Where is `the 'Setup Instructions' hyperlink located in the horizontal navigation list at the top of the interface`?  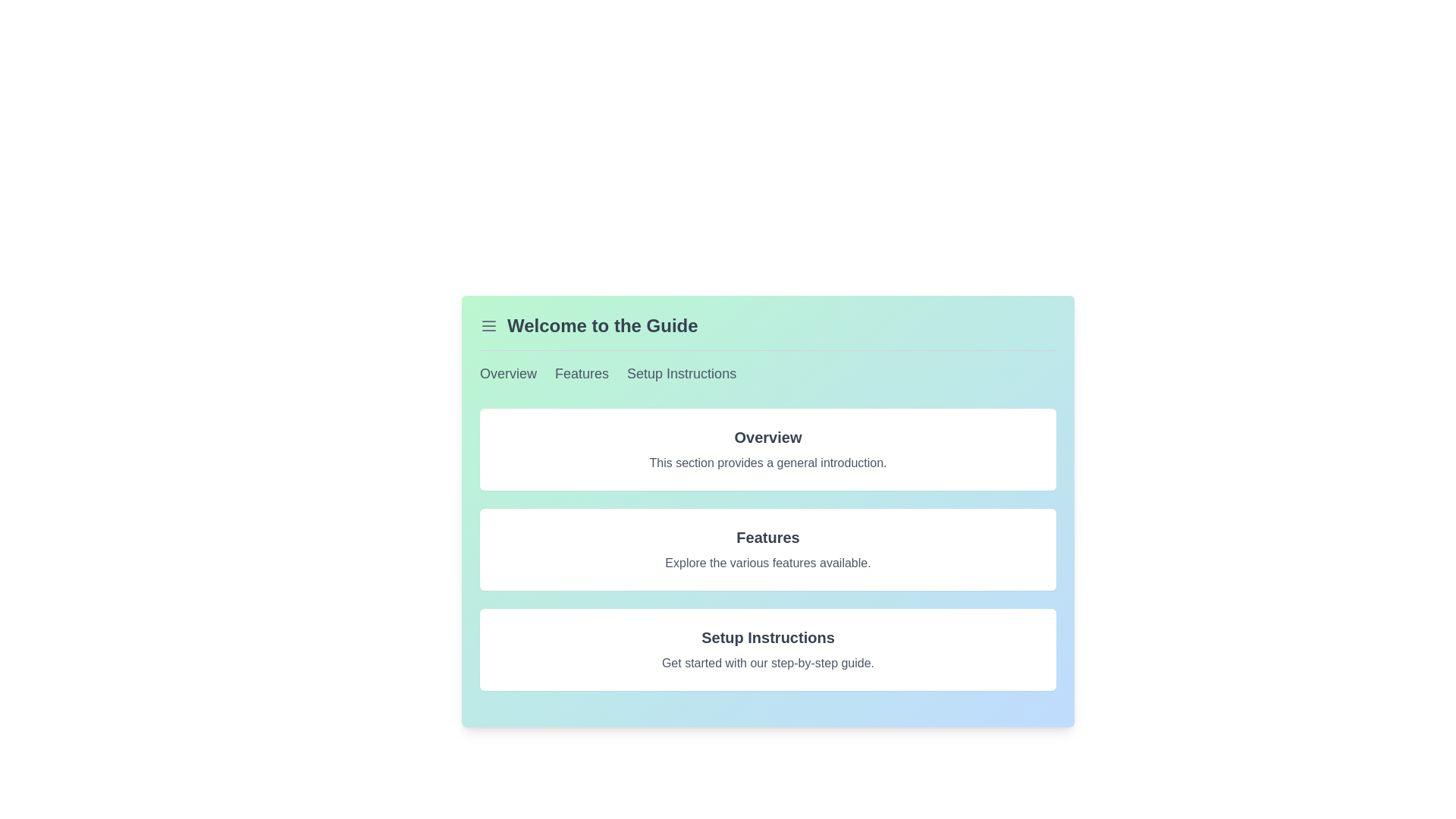
the 'Setup Instructions' hyperlink located in the horizontal navigation list at the top of the interface is located at coordinates (681, 374).